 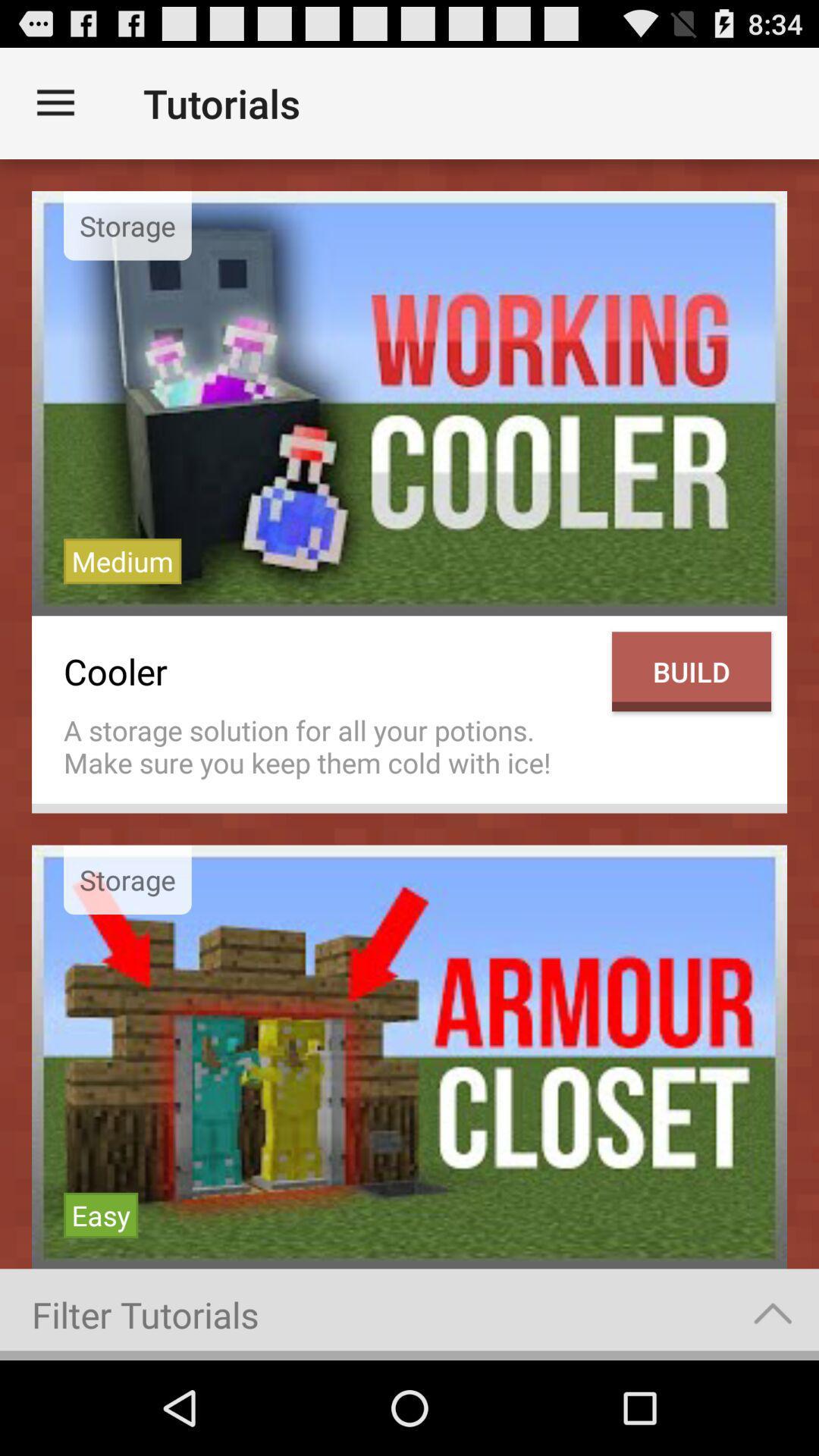 I want to click on icon below the cooler item, so click(x=329, y=746).